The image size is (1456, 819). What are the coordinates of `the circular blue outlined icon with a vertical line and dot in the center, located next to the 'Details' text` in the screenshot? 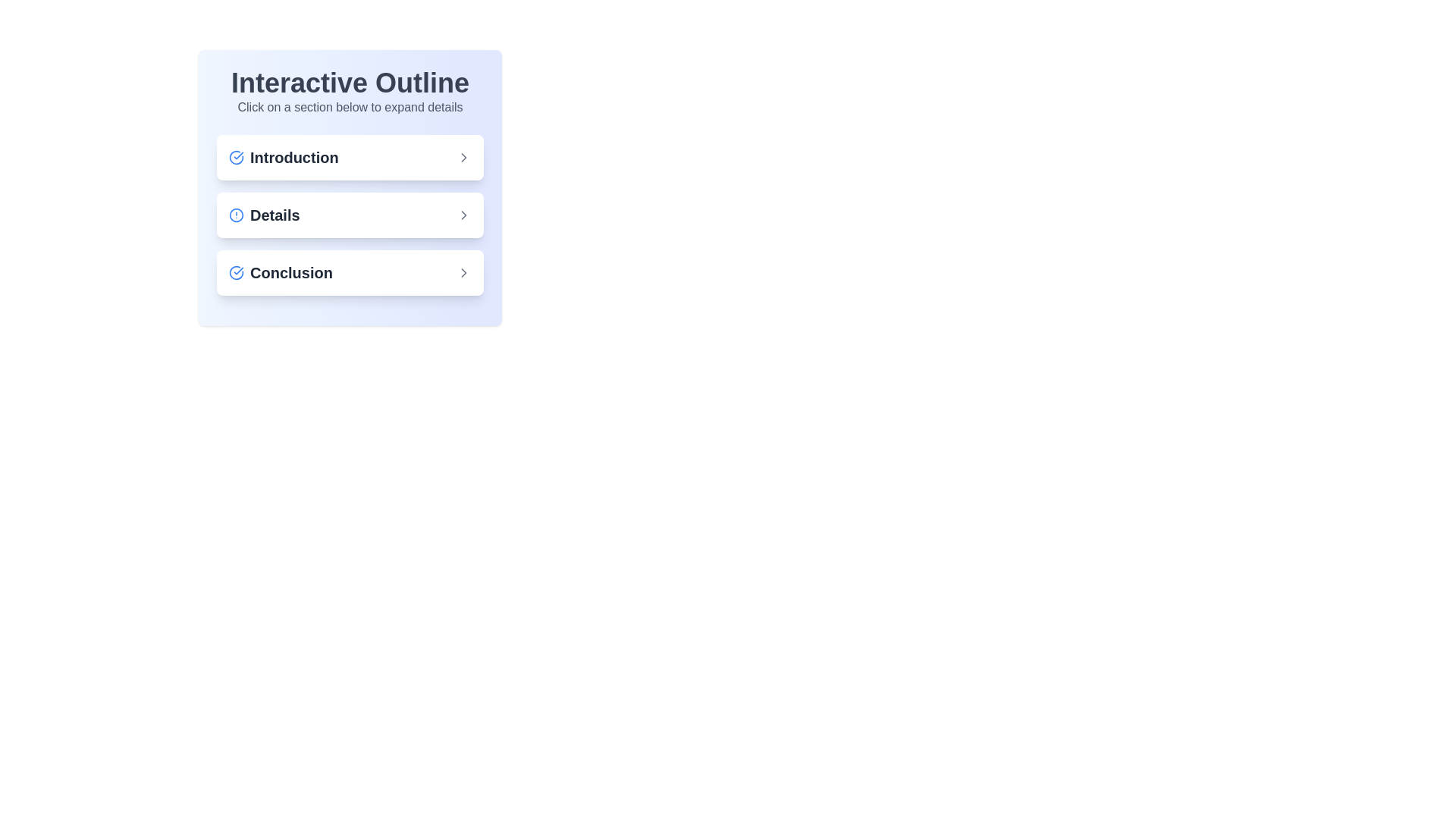 It's located at (236, 215).